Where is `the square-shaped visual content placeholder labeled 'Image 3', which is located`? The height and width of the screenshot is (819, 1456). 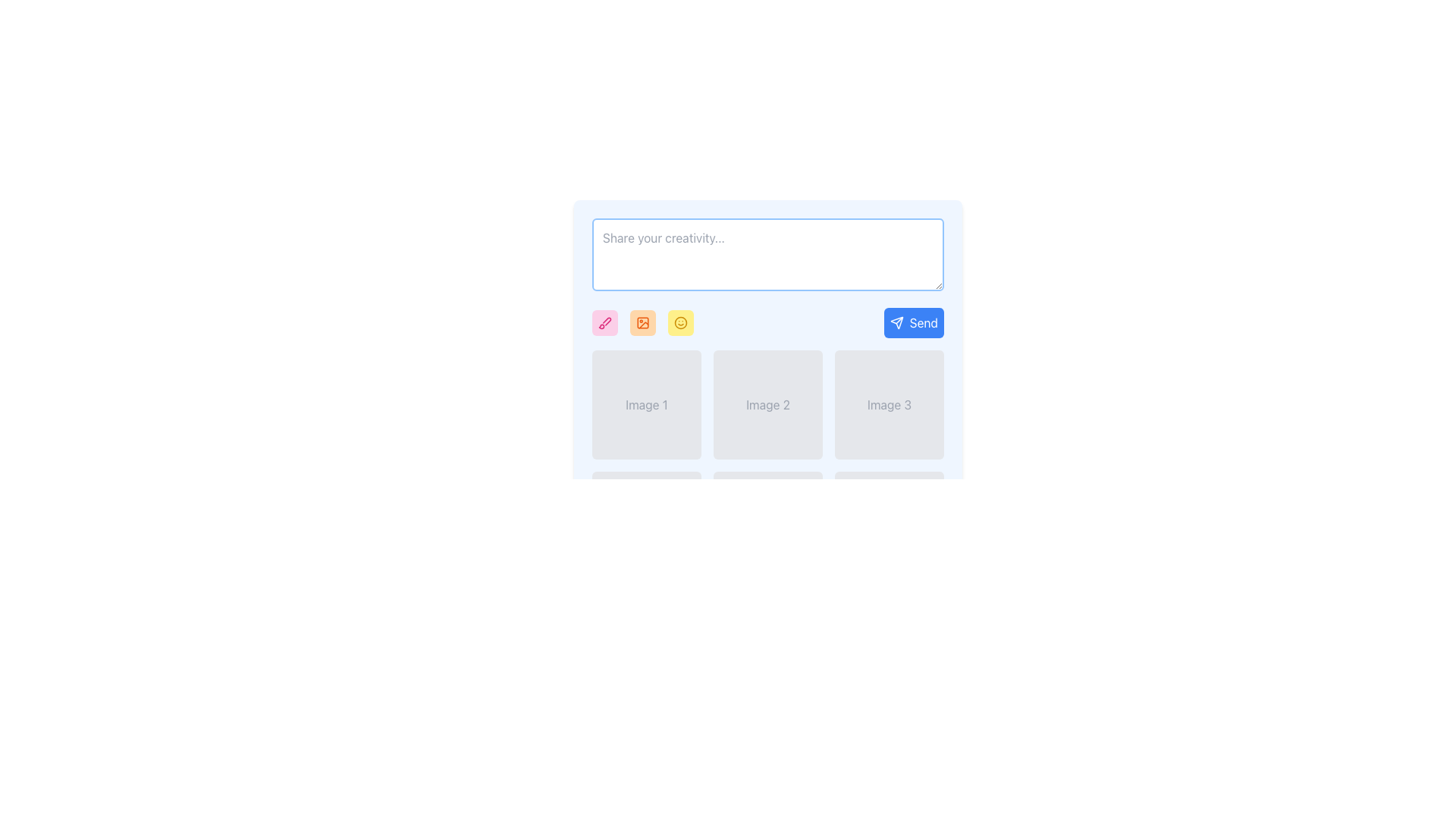
the square-shaped visual content placeholder labeled 'Image 3', which is located is located at coordinates (889, 403).